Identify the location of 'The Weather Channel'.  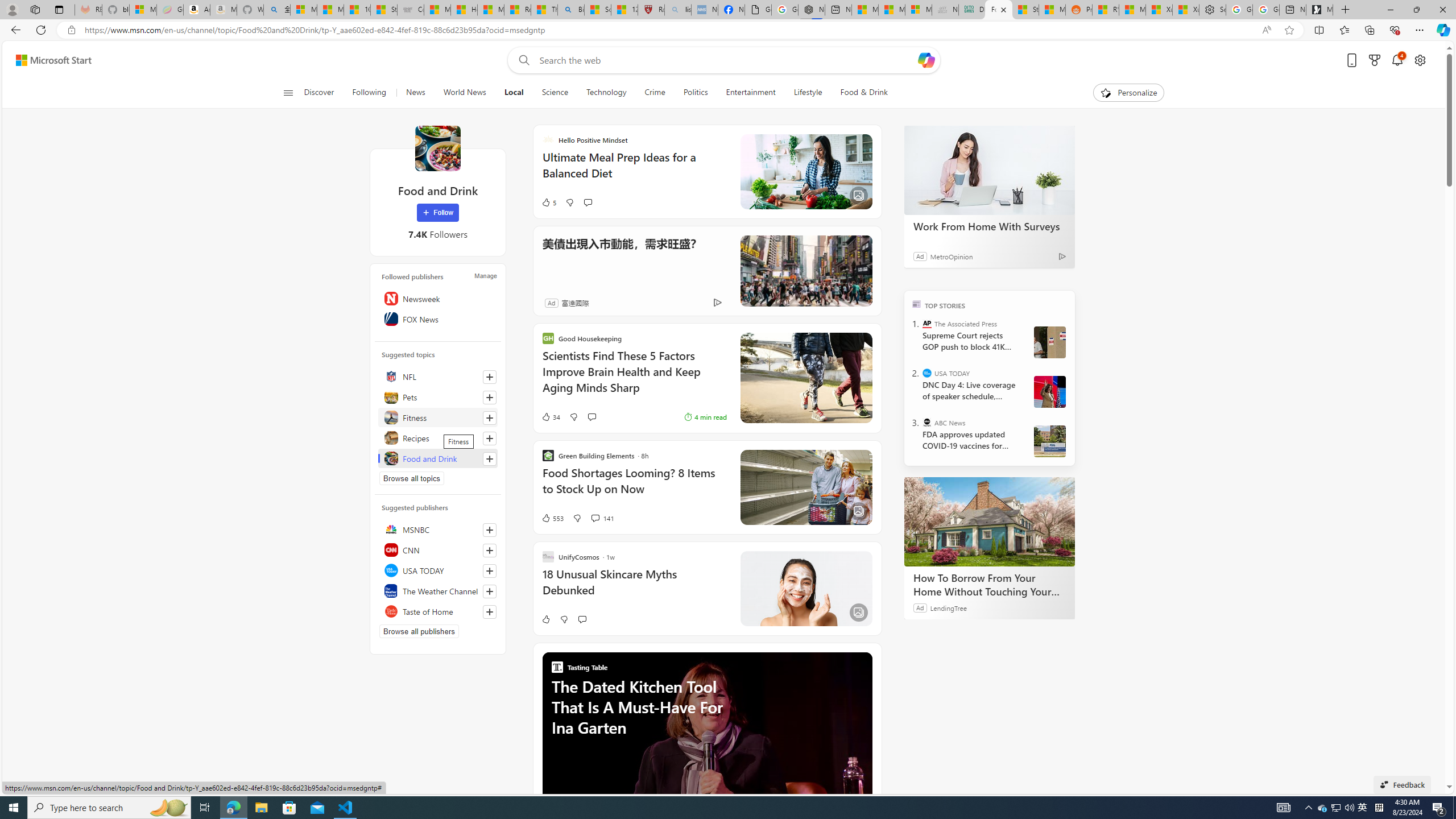
(438, 590).